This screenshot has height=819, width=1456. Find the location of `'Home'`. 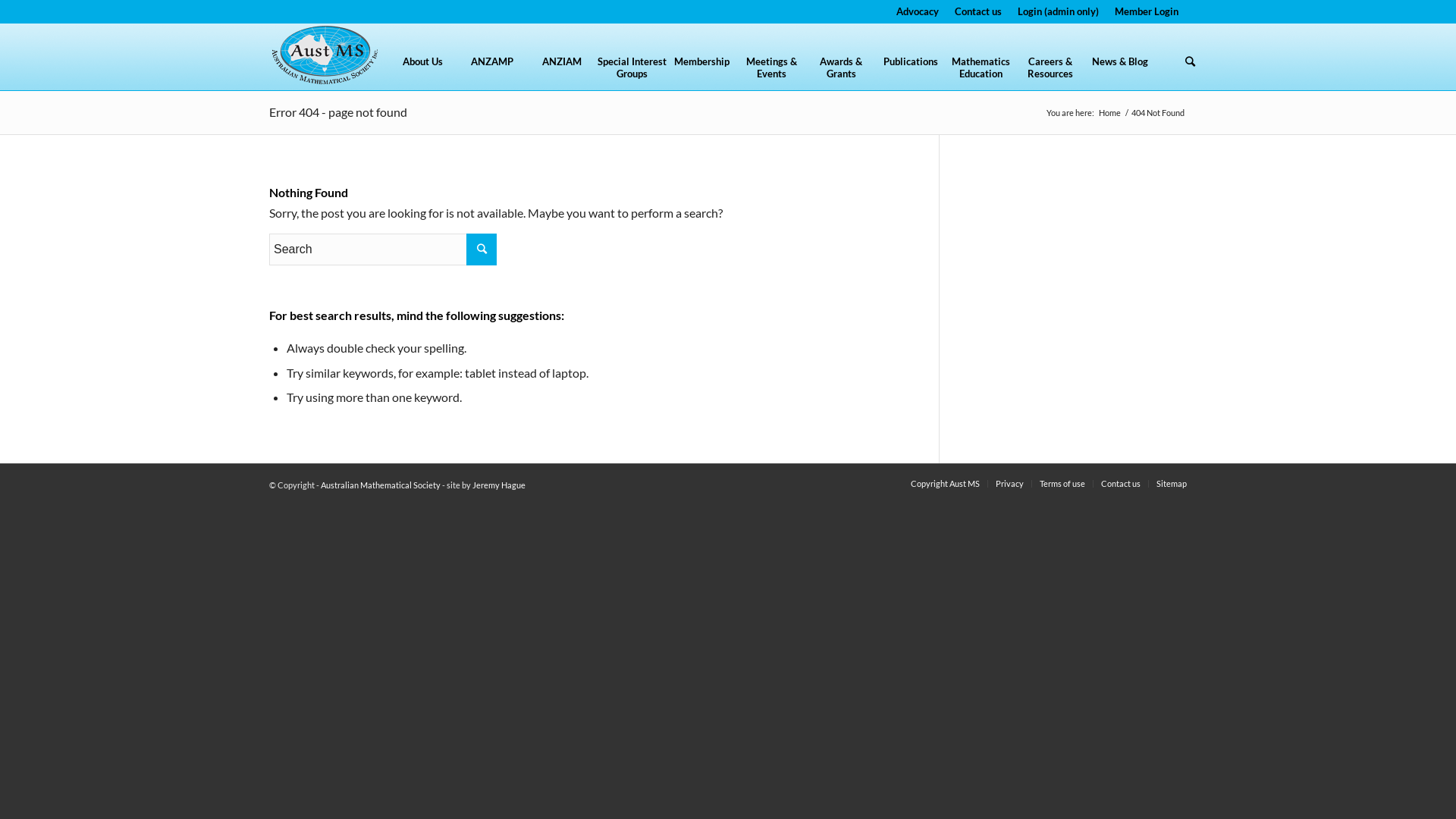

'Home' is located at coordinates (1109, 111).